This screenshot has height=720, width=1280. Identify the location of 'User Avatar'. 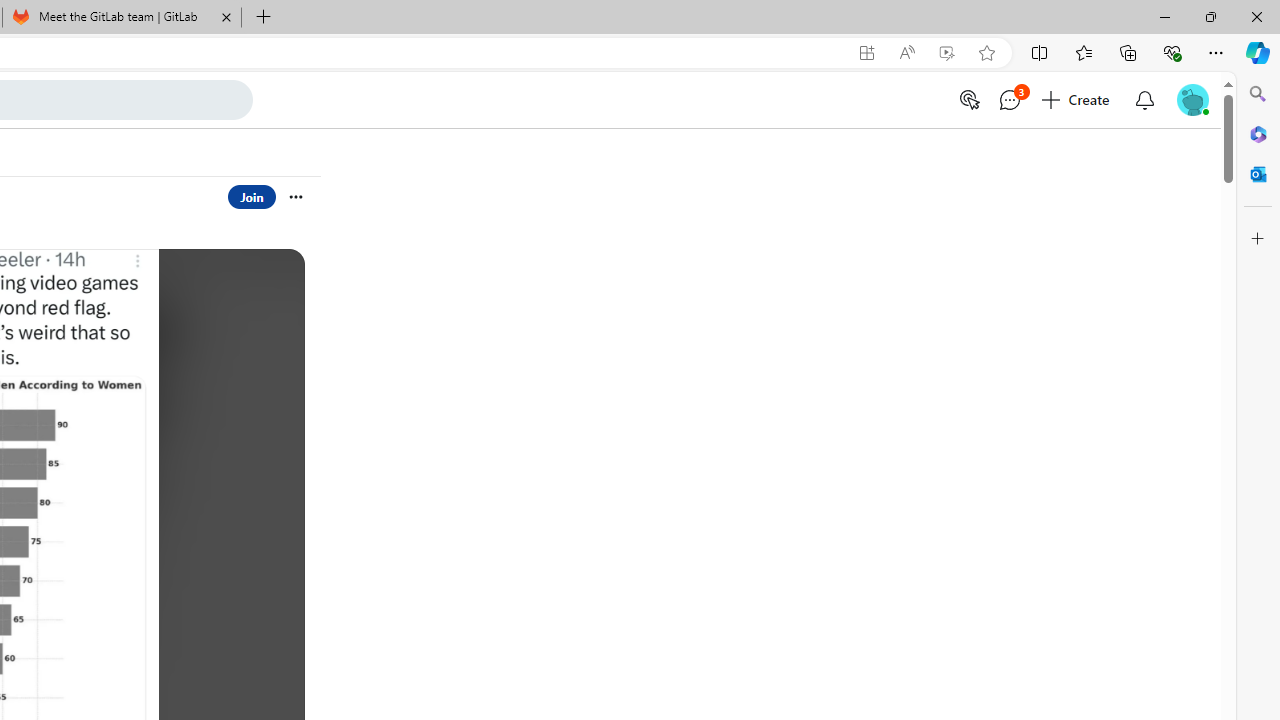
(1192, 99).